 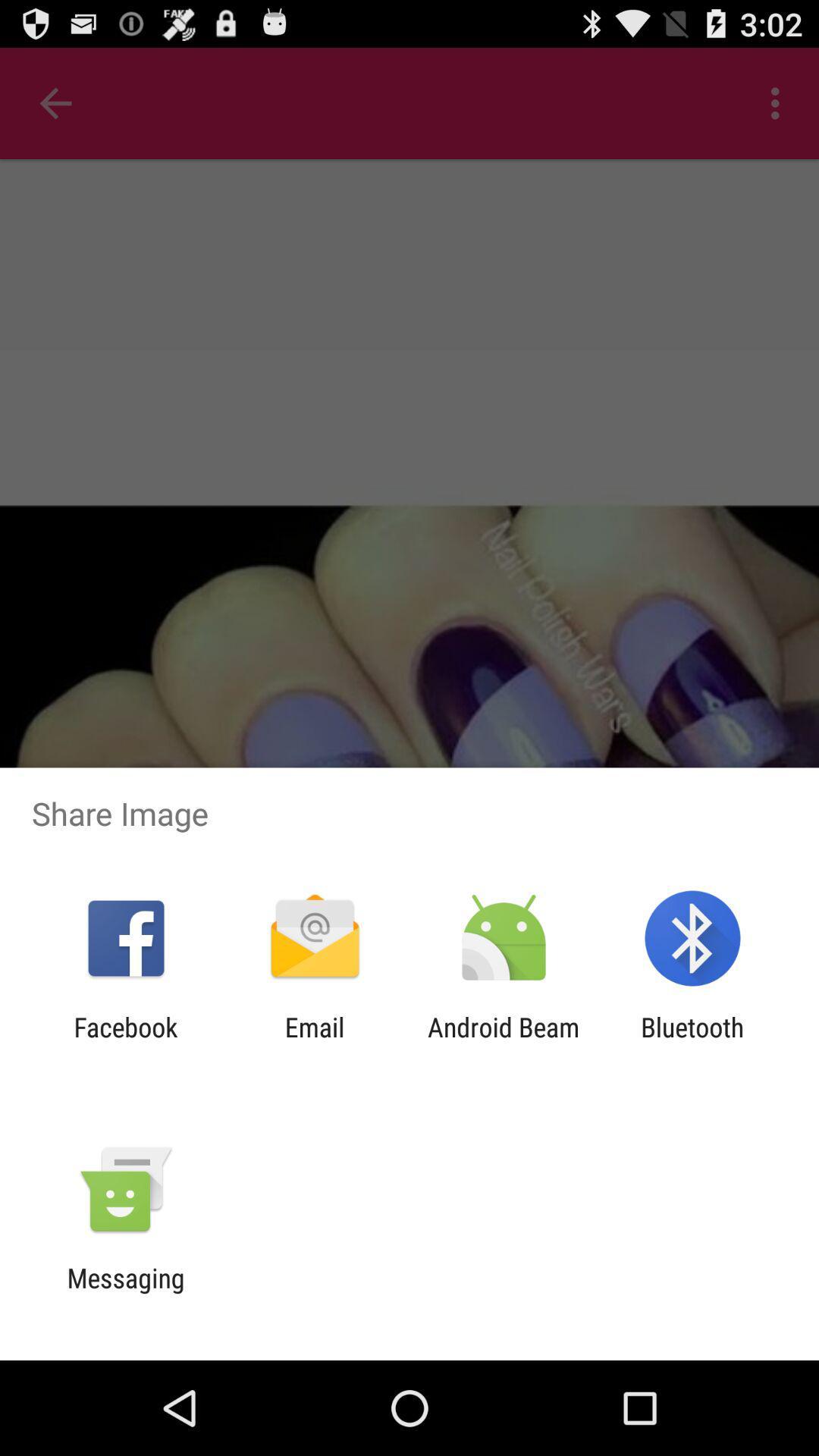 What do you see at coordinates (692, 1042) in the screenshot?
I see `bluetooth item` at bounding box center [692, 1042].